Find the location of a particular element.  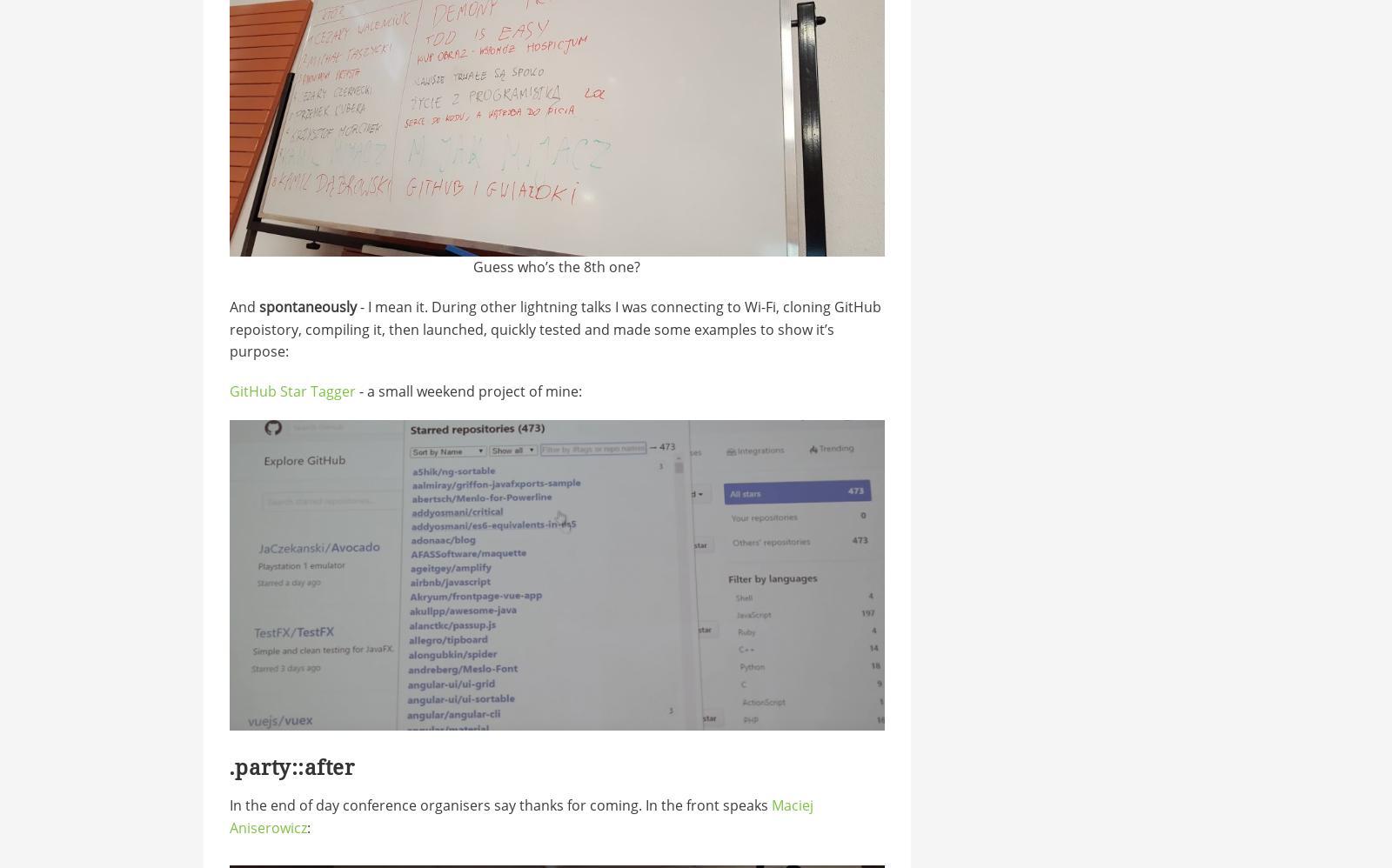

'And' is located at coordinates (229, 304).